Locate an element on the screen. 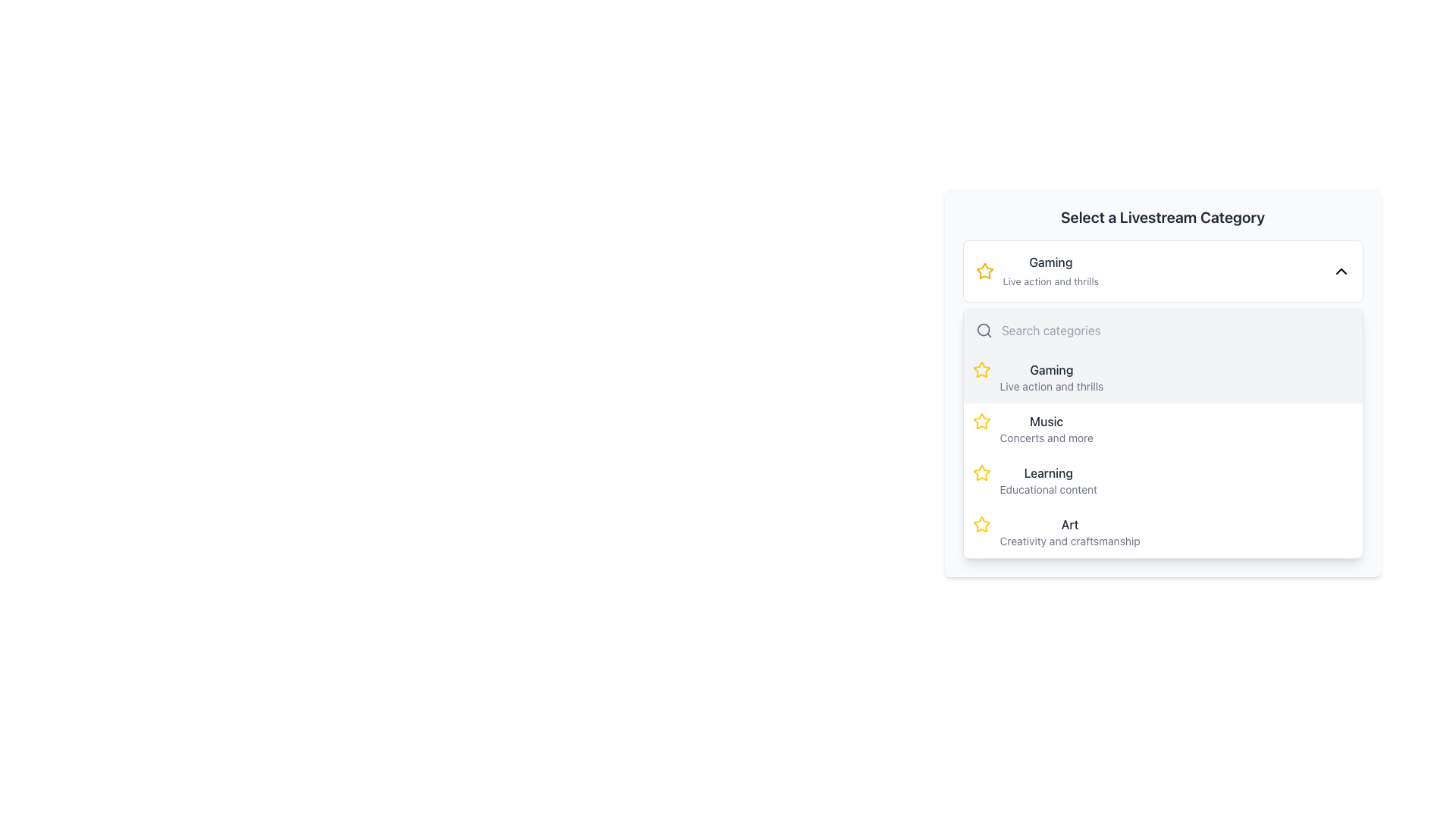 The height and width of the screenshot is (819, 1456). the 'Gaming' text label element, which is styled in bold with dark gray color, serving as the title of a section in a dropdown menu is located at coordinates (1050, 262).